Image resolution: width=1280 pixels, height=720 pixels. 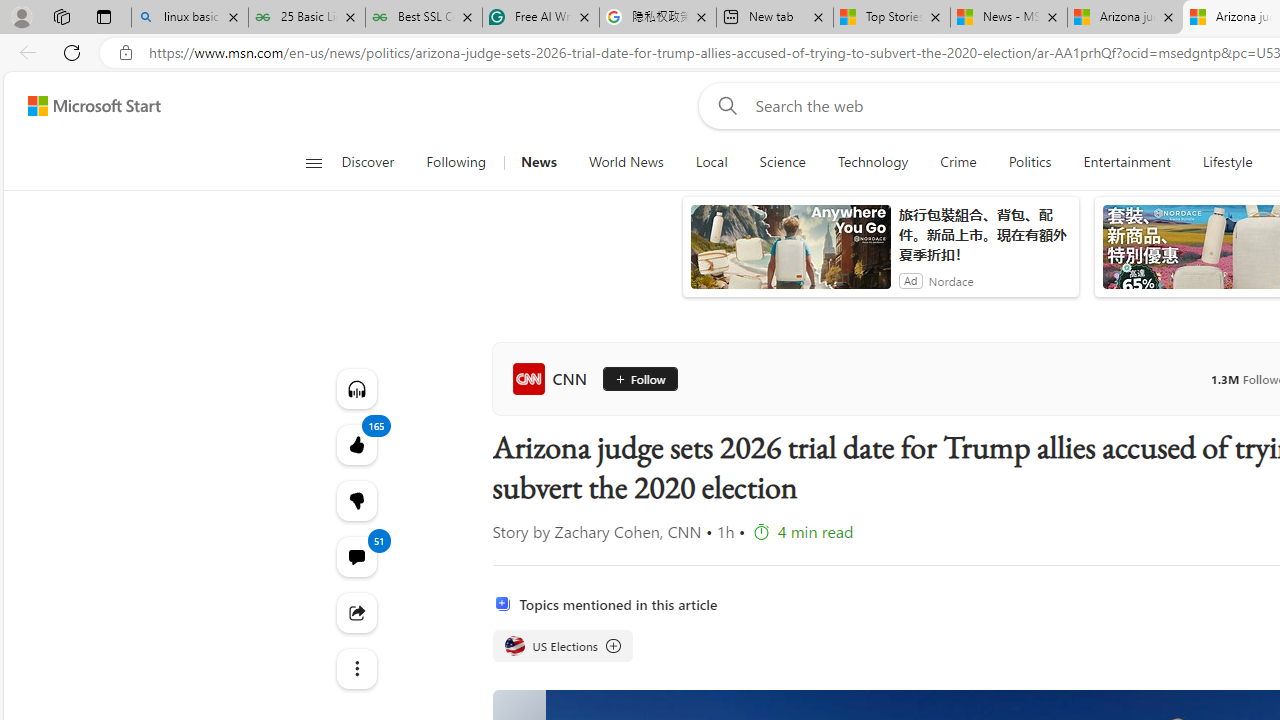 I want to click on 'View comments 51 Comment', so click(x=356, y=556).